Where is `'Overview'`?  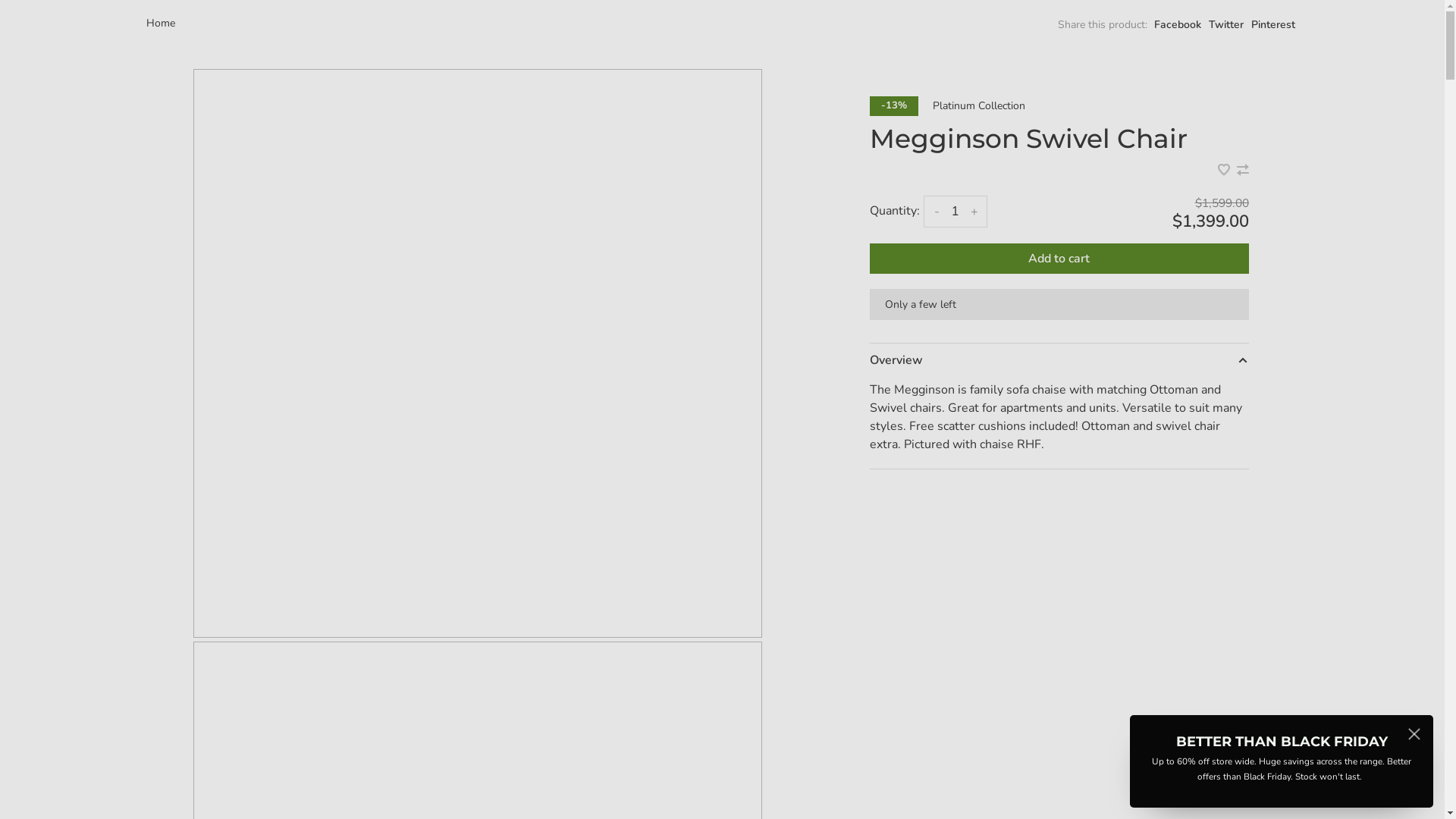
'Overview' is located at coordinates (1058, 359).